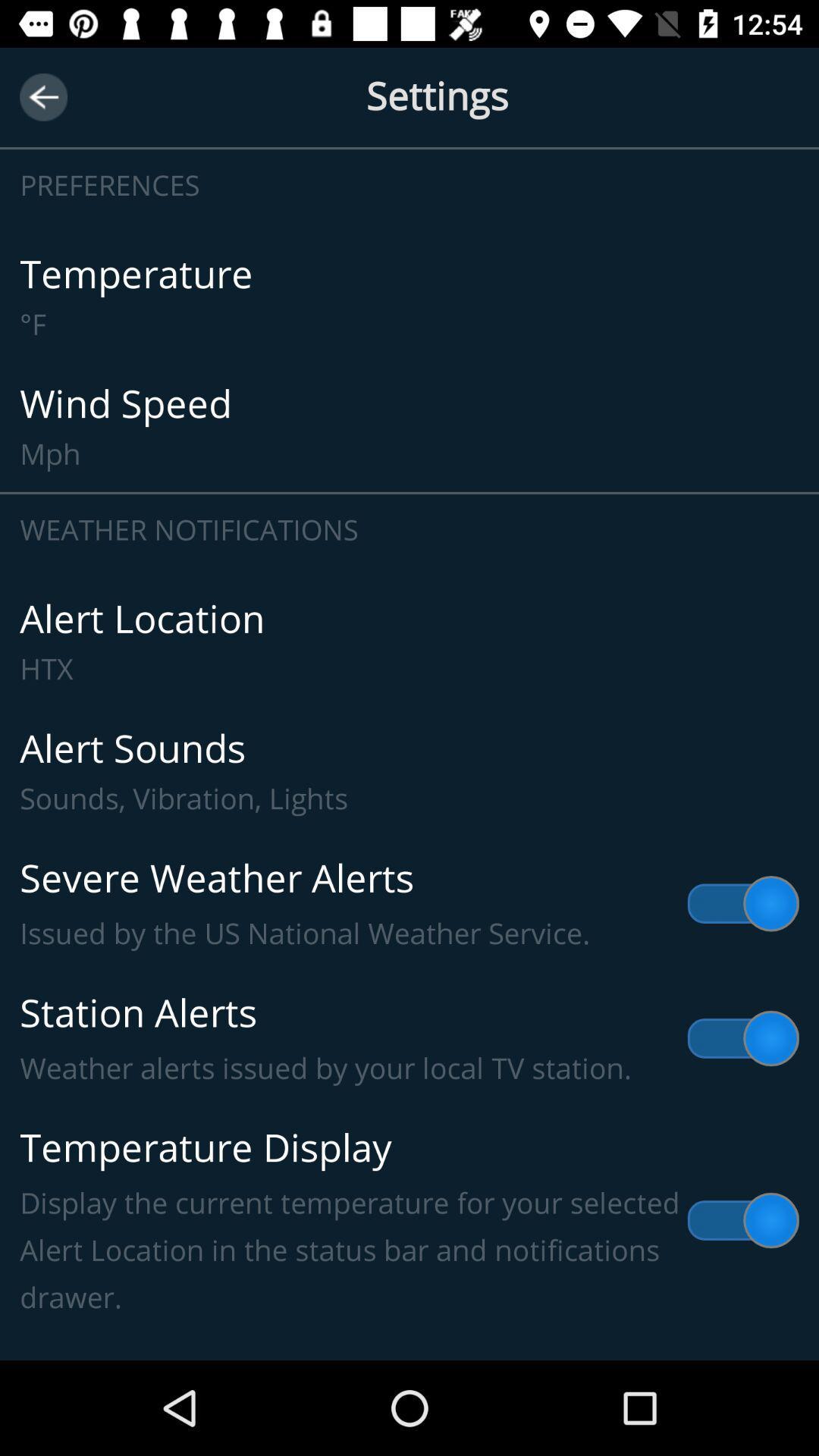 This screenshot has height=1456, width=819. Describe the element at coordinates (42, 96) in the screenshot. I see `the arrow_backward icon` at that location.